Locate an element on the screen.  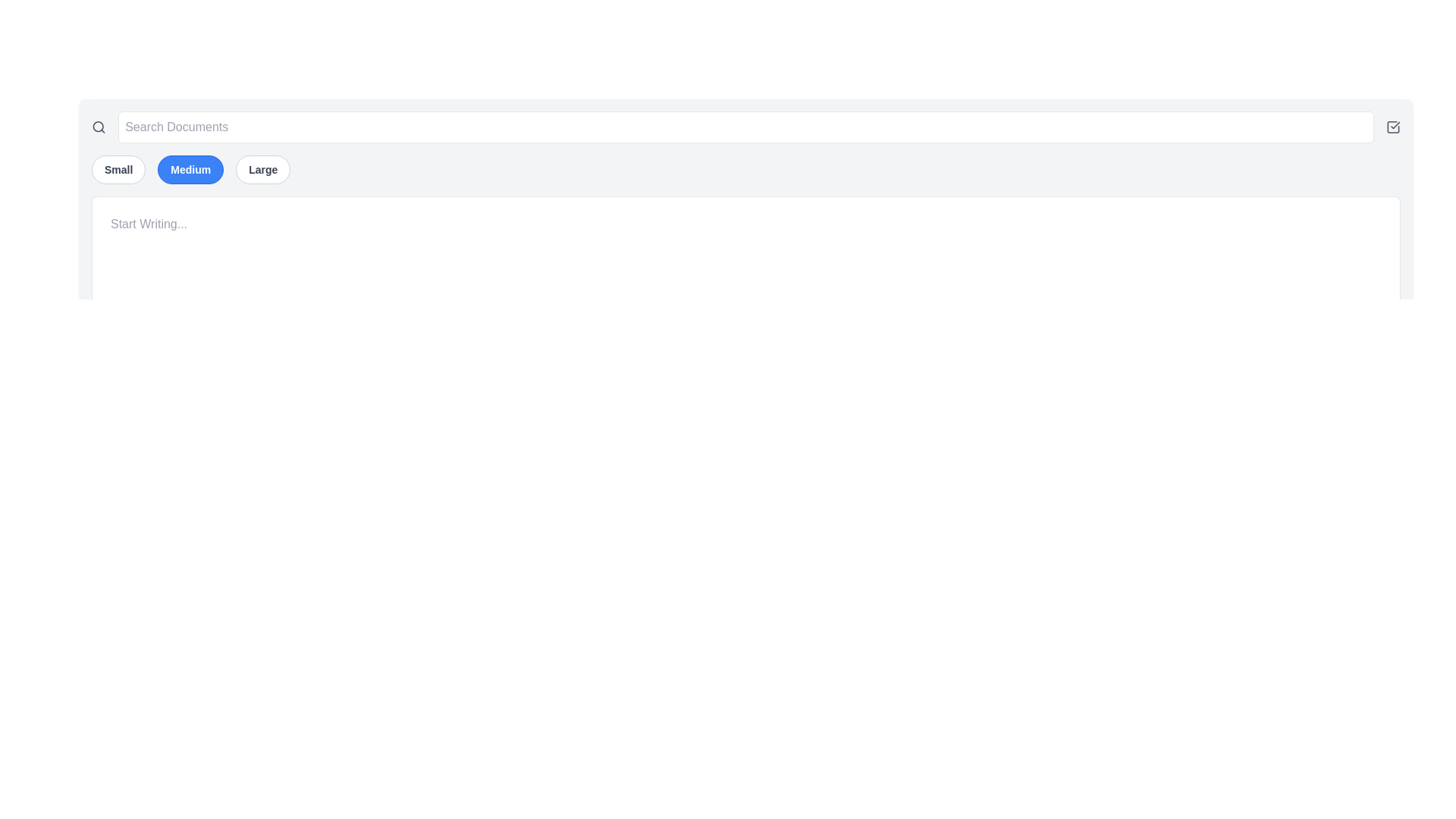
the 'Medium' size selector button located between the 'Small' and 'Large' buttons is located at coordinates (190, 169).